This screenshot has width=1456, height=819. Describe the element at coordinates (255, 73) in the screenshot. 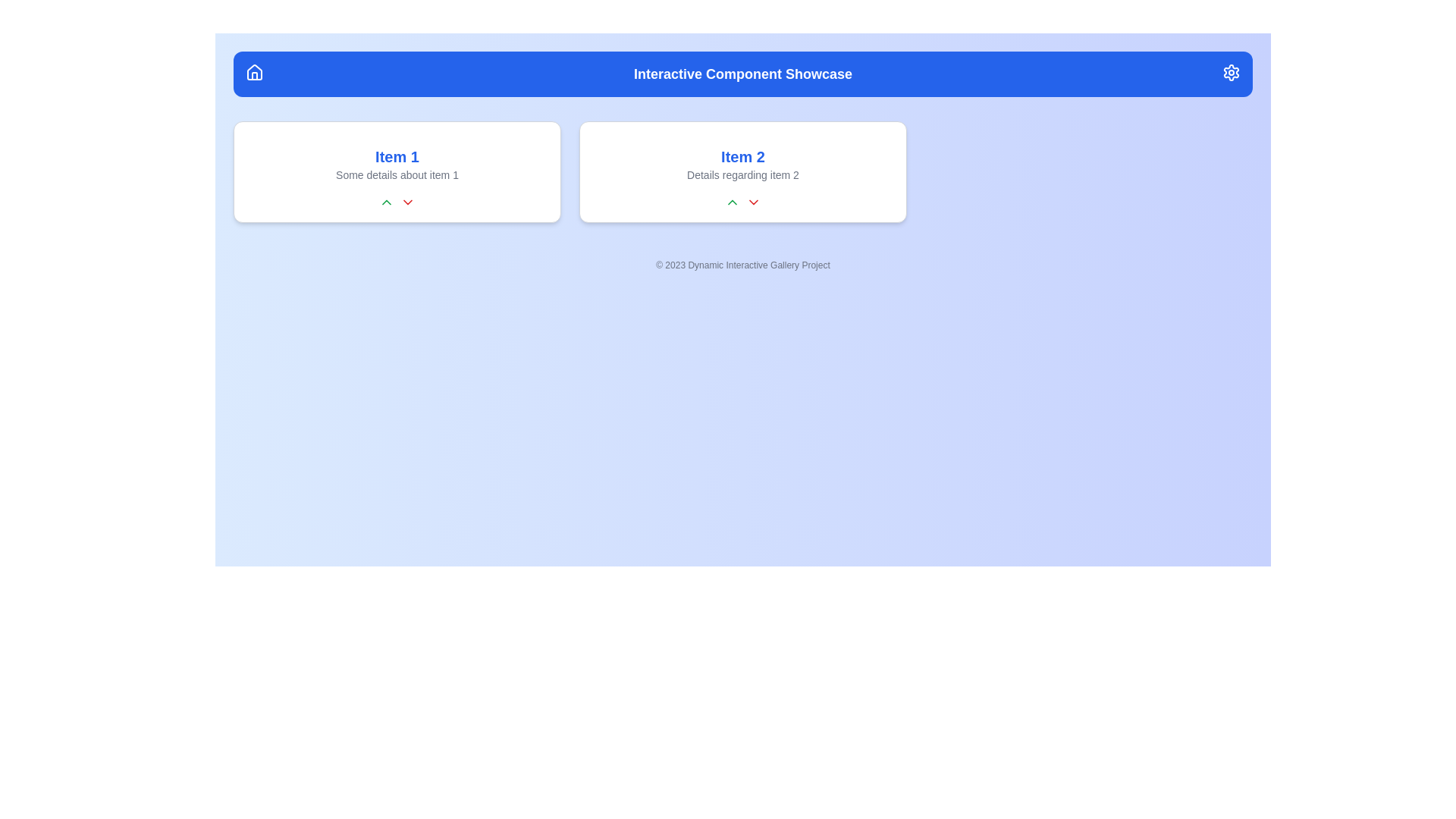

I see `the house icon outlined in blue located in the top-left section of the blue header` at that location.